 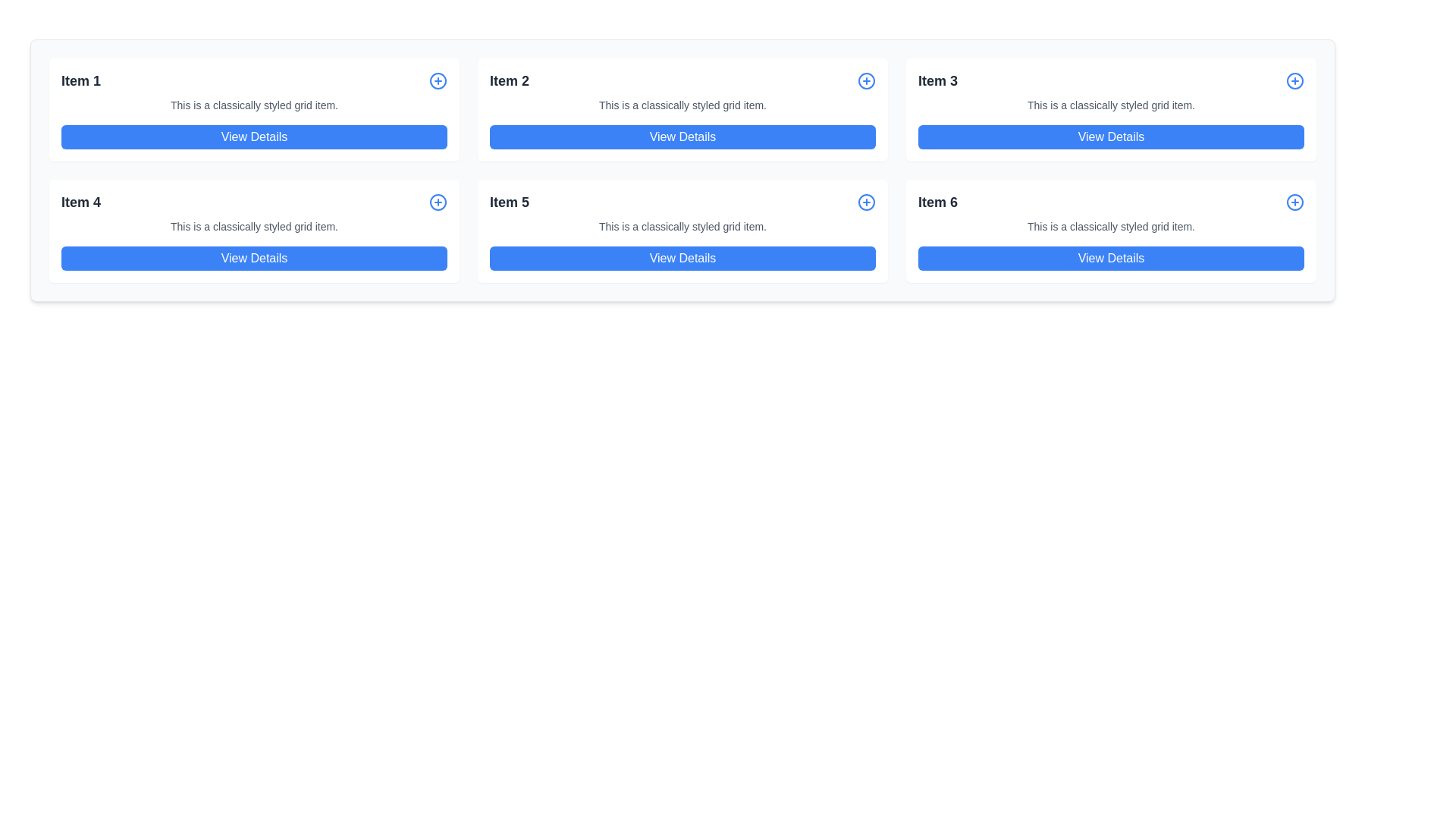 What do you see at coordinates (254, 257) in the screenshot?
I see `the button at the bottom of the grid item labeled 'Item 4'` at bounding box center [254, 257].